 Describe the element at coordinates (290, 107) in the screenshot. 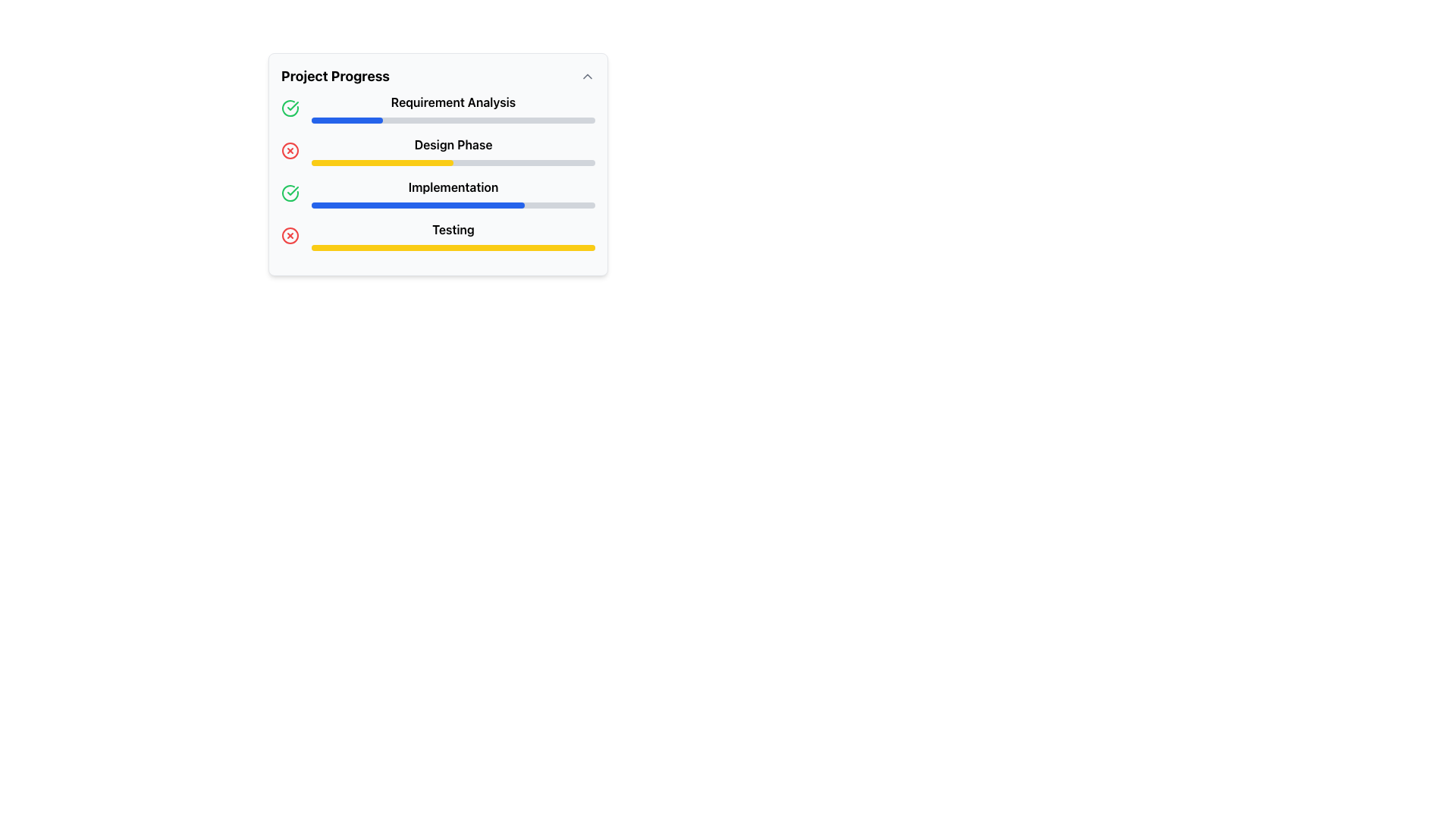

I see `the arc segment of the circular graphical component that is part of the checkmark icon within the green circle` at that location.